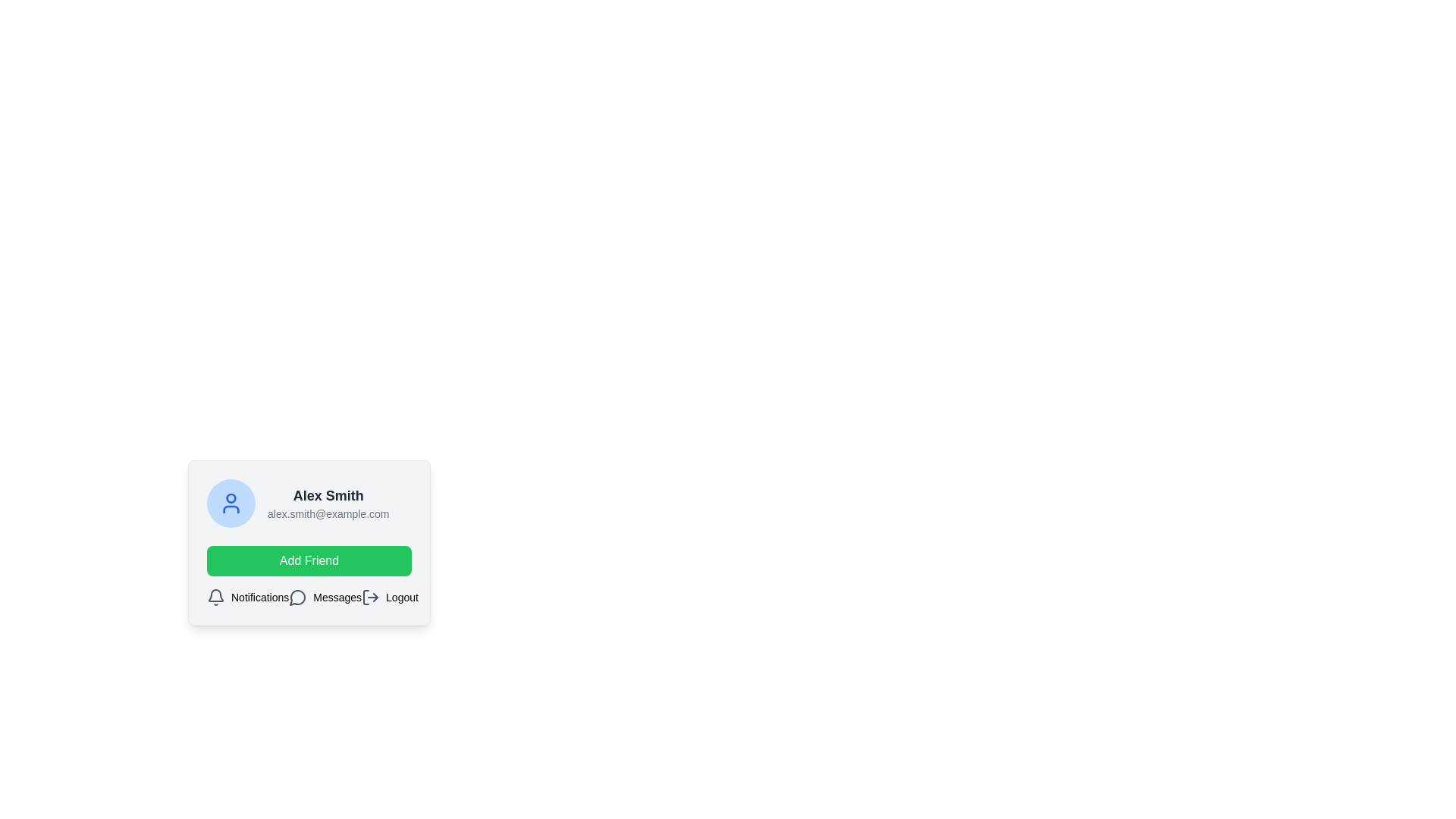 The height and width of the screenshot is (819, 1456). I want to click on the 'Notifications' text label, which is styled in a small black sans-serif font and positioned next to a bell icon, to interact with notification settings, so click(259, 596).